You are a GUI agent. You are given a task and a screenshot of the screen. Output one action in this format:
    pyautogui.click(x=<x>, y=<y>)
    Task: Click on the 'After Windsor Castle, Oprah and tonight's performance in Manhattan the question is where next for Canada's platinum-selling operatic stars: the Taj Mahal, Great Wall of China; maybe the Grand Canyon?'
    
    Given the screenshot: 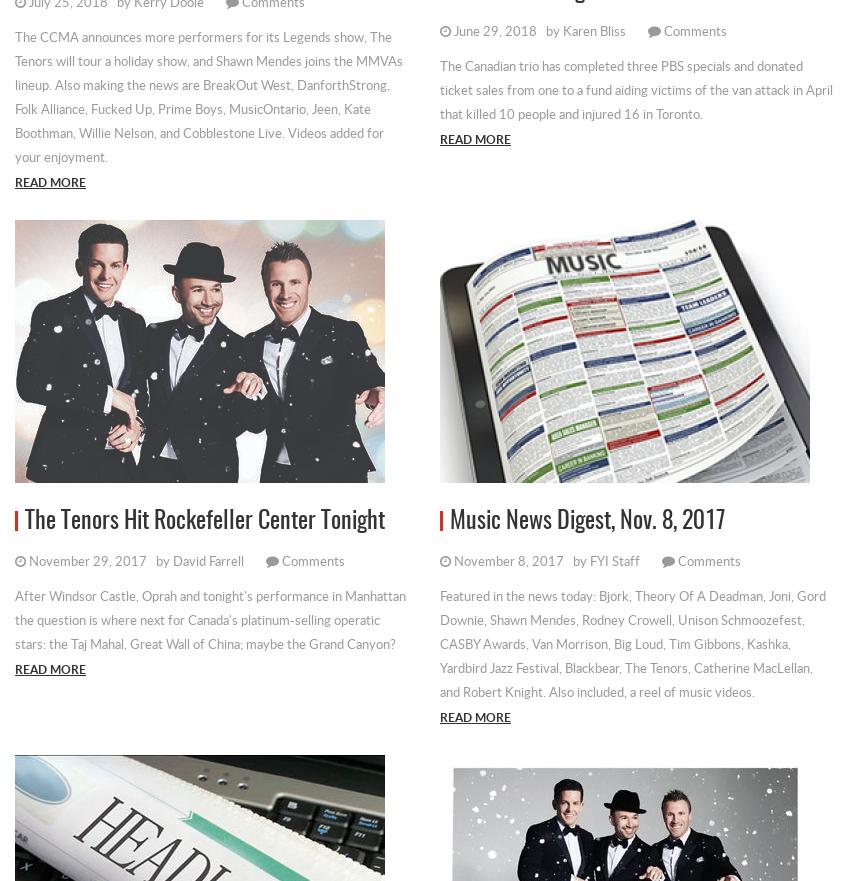 What is the action you would take?
    pyautogui.click(x=209, y=617)
    